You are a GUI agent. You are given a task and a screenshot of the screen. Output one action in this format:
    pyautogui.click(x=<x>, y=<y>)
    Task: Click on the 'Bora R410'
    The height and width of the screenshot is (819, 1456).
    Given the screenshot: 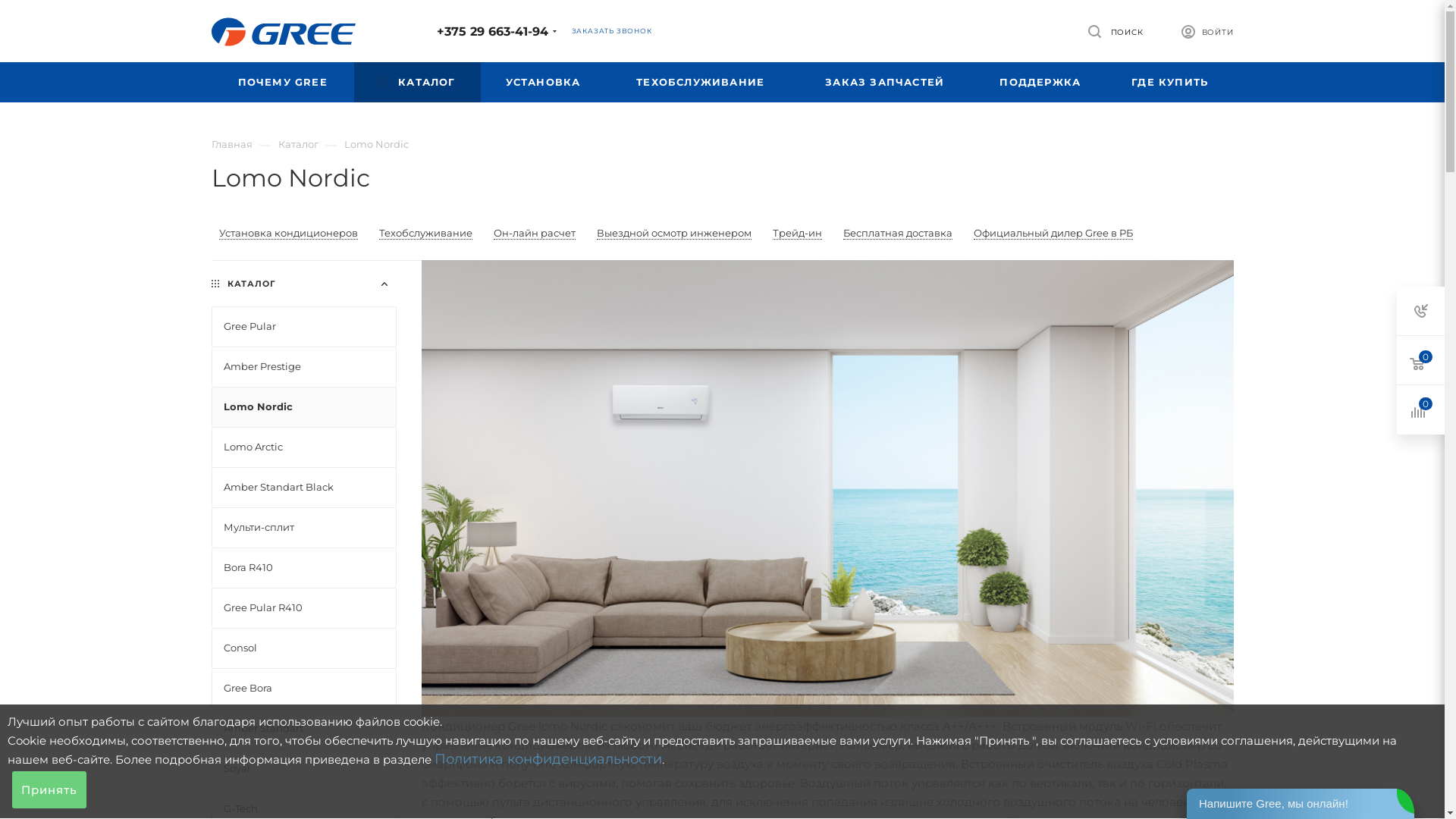 What is the action you would take?
    pyautogui.click(x=303, y=567)
    